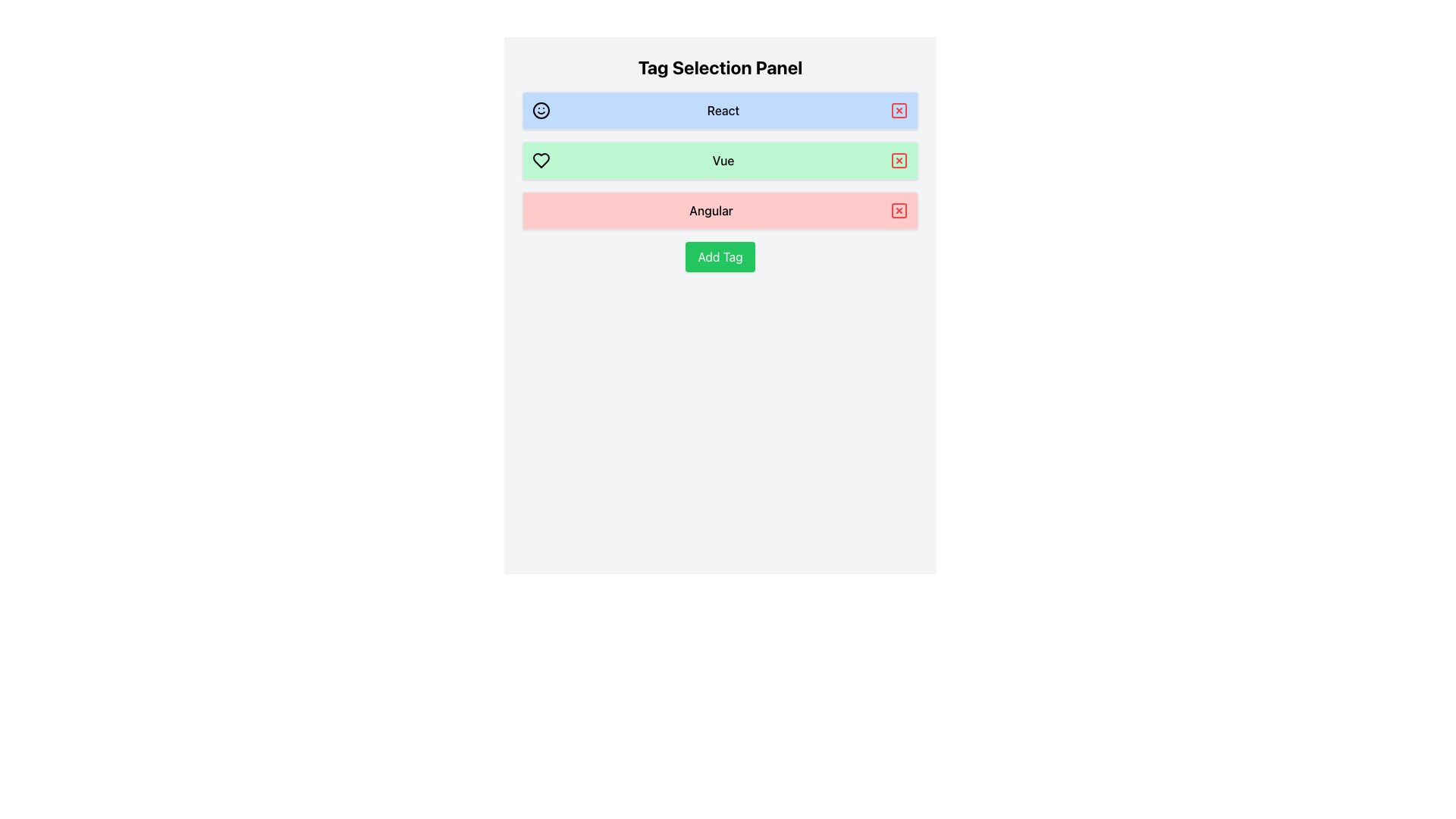 This screenshot has height=819, width=1456. What do you see at coordinates (720, 110) in the screenshot?
I see `the first selectable item labeled 'React' in the Tag Selection Panel` at bounding box center [720, 110].